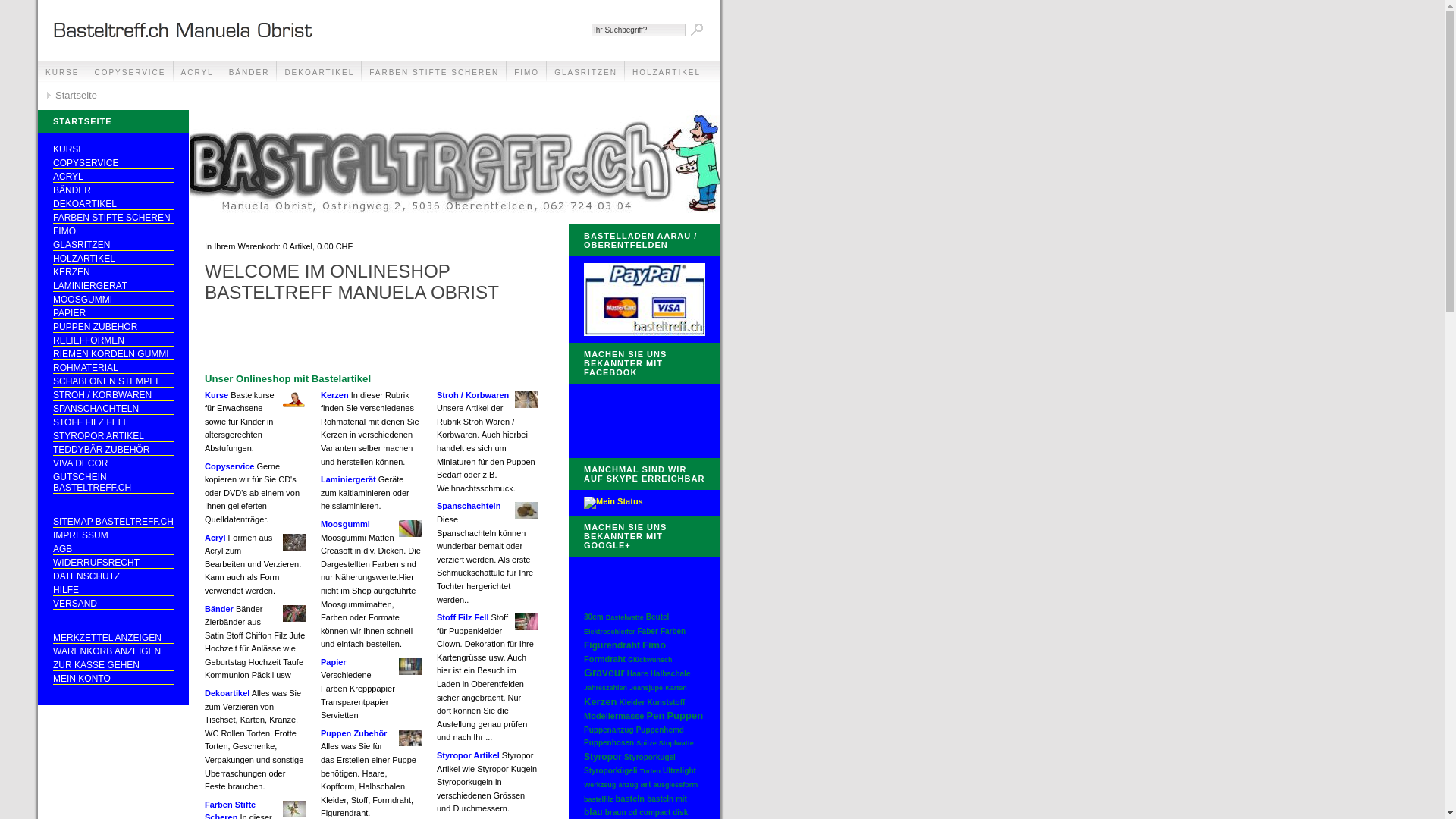 The height and width of the screenshot is (819, 1456). Describe the element at coordinates (546, 73) in the screenshot. I see `'GLASRITZEN'` at that location.